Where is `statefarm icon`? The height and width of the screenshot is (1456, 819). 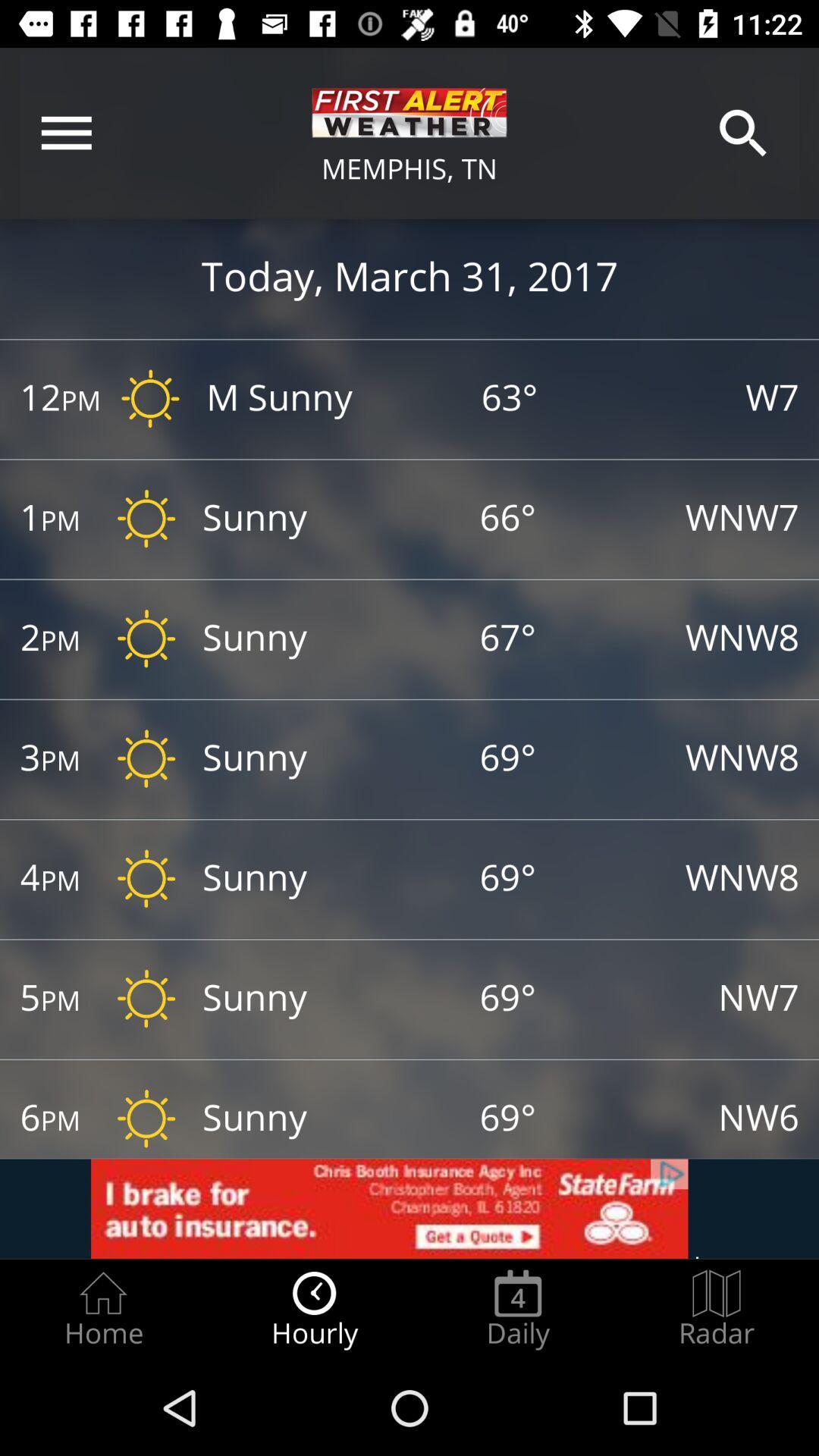
statefarm icon is located at coordinates (409, 1208).